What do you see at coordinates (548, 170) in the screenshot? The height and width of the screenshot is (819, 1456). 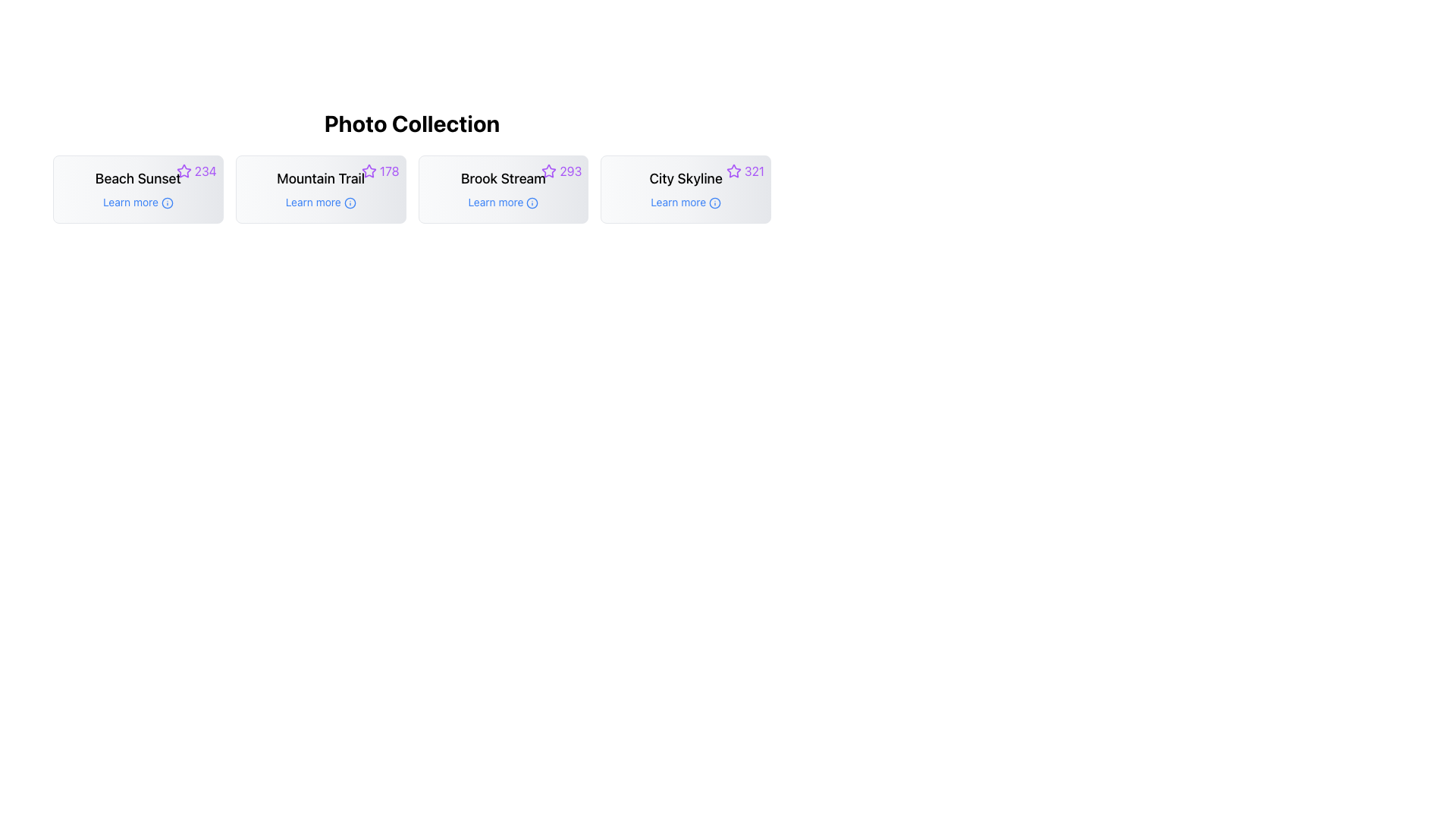 I see `the star rating icon next to the 'Brook Stream' text to favorite or unfavorite the associated collection` at bounding box center [548, 170].